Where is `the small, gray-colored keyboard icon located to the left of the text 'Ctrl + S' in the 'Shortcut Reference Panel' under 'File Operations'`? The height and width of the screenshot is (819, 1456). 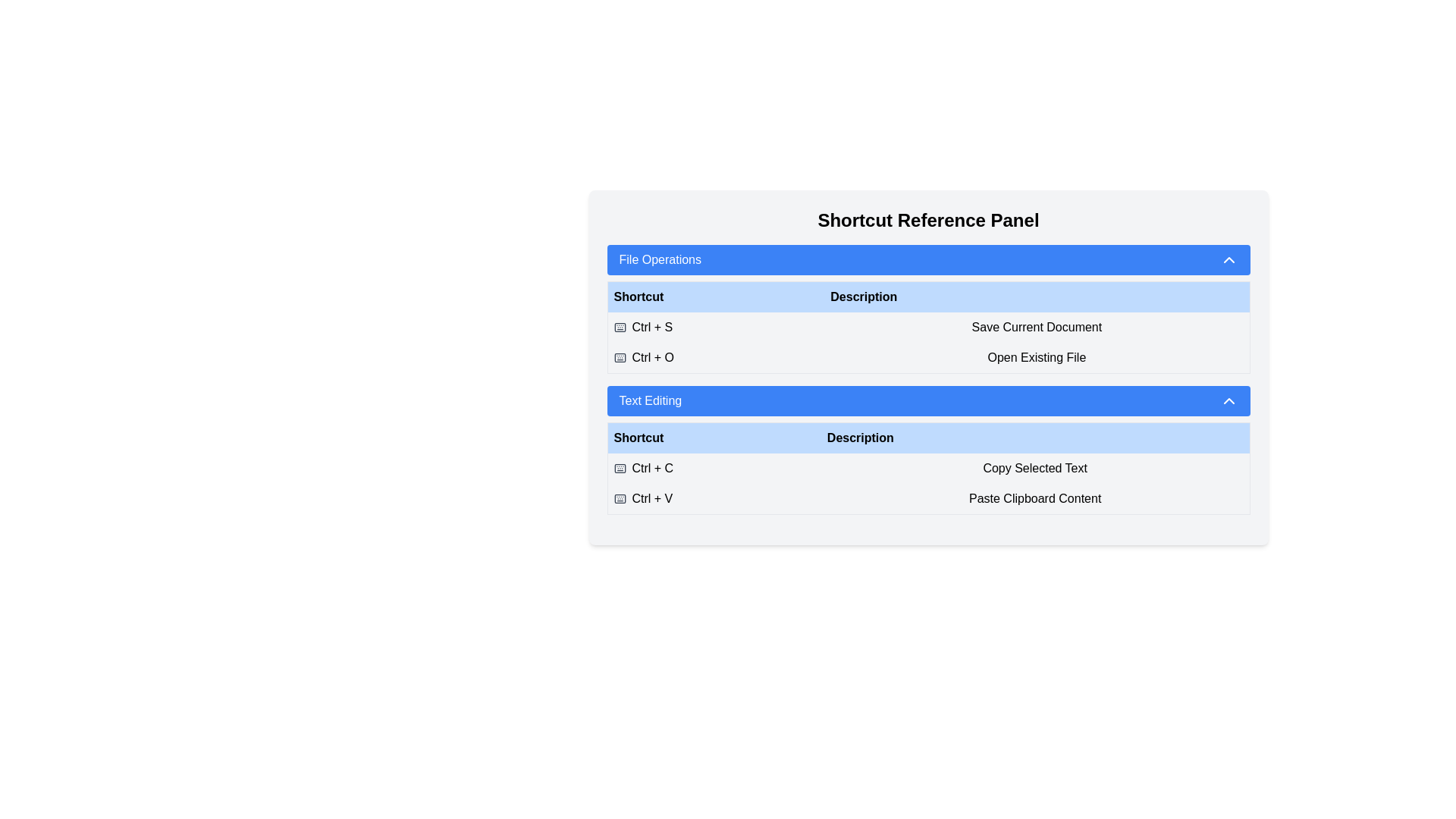
the small, gray-colored keyboard icon located to the left of the text 'Ctrl + S' in the 'Shortcut Reference Panel' under 'File Operations' is located at coordinates (620, 327).